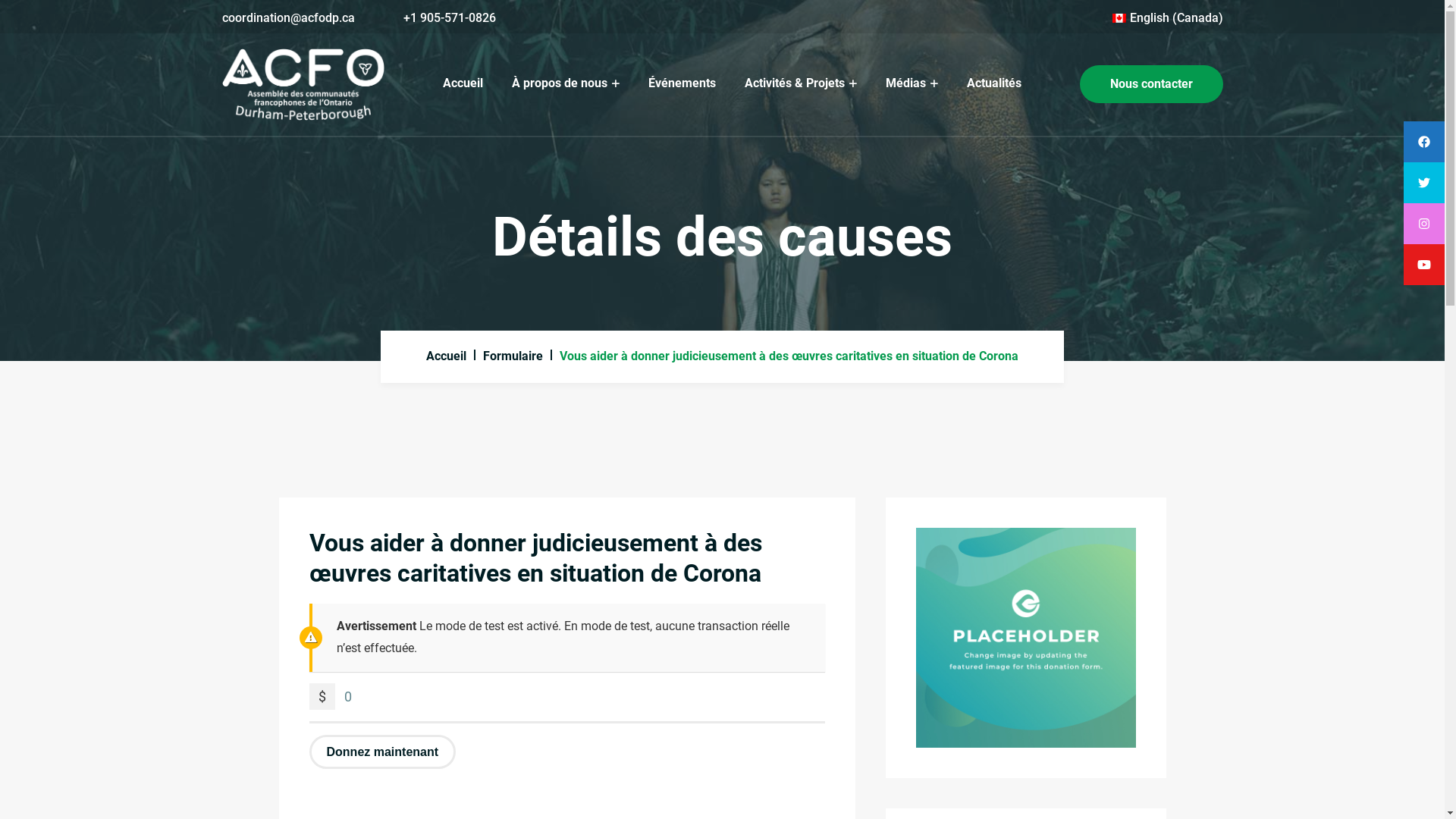 The width and height of the screenshot is (1456, 819). I want to click on '+1 905-571-0826', so click(403, 17).